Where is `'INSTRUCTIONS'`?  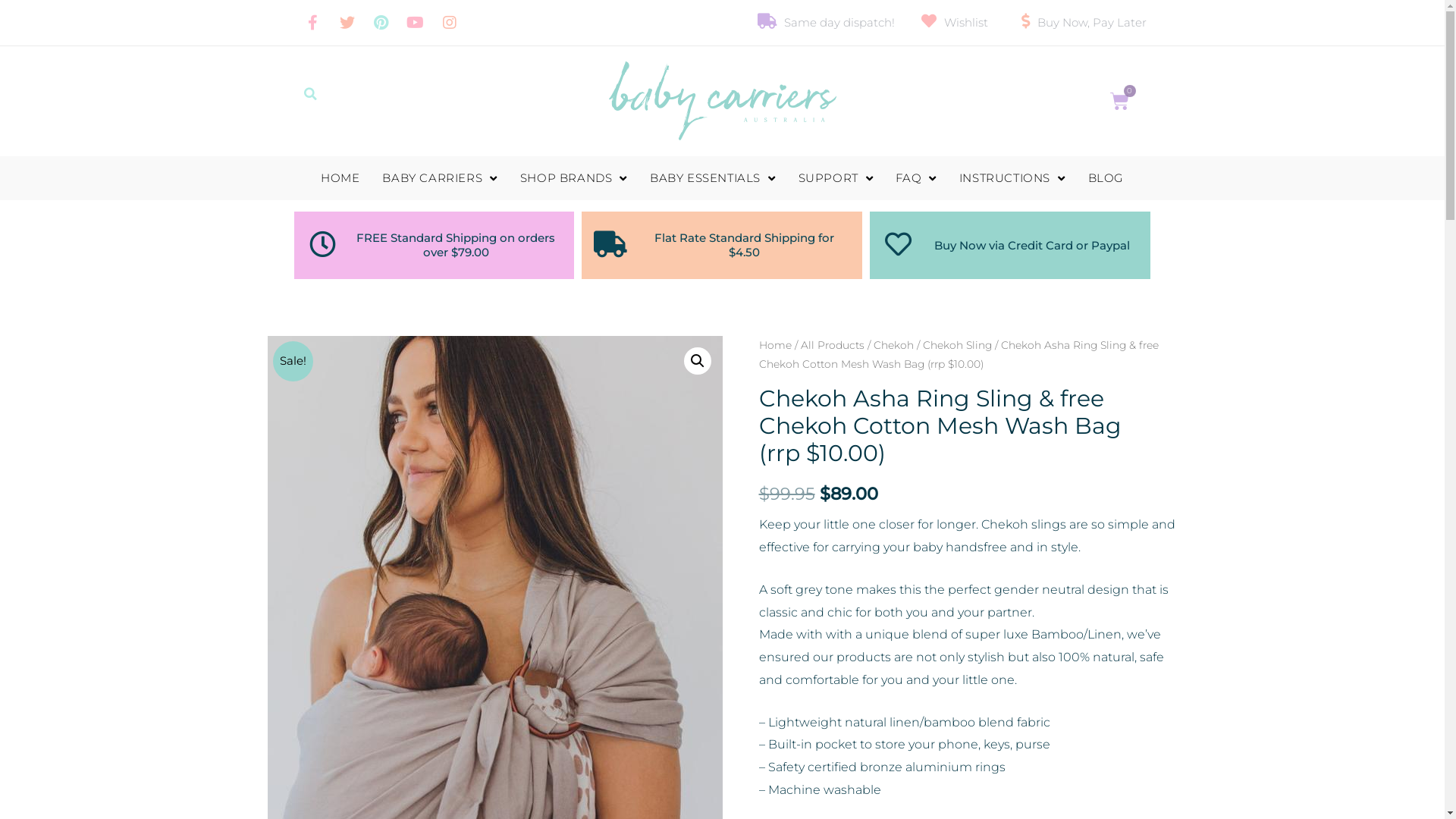 'INSTRUCTIONS' is located at coordinates (1012, 177).